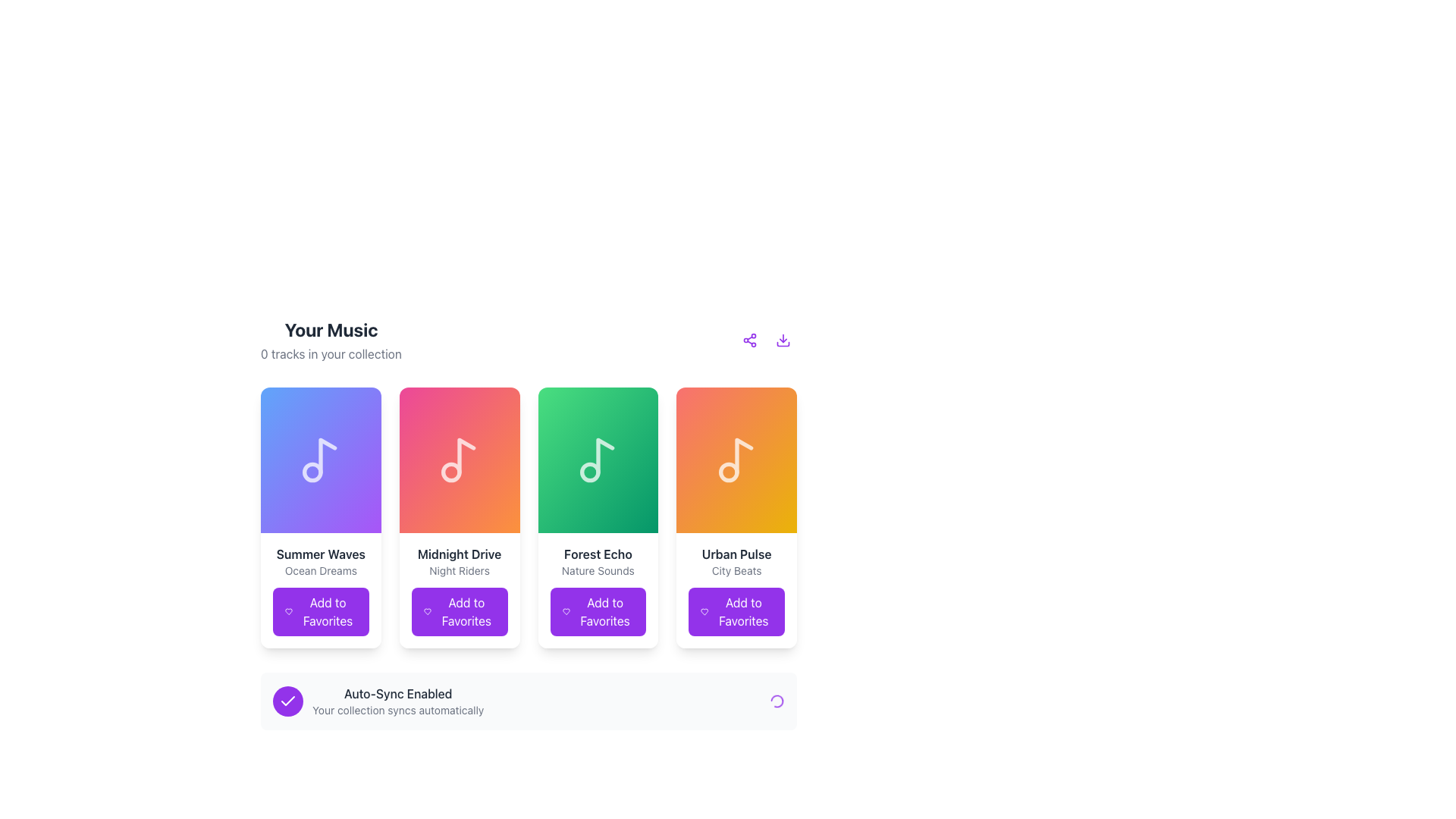 This screenshot has height=819, width=1456. Describe the element at coordinates (749, 339) in the screenshot. I see `the share button located in the top-right corner of the main content area, positioned to the left of the download icon button` at that location.